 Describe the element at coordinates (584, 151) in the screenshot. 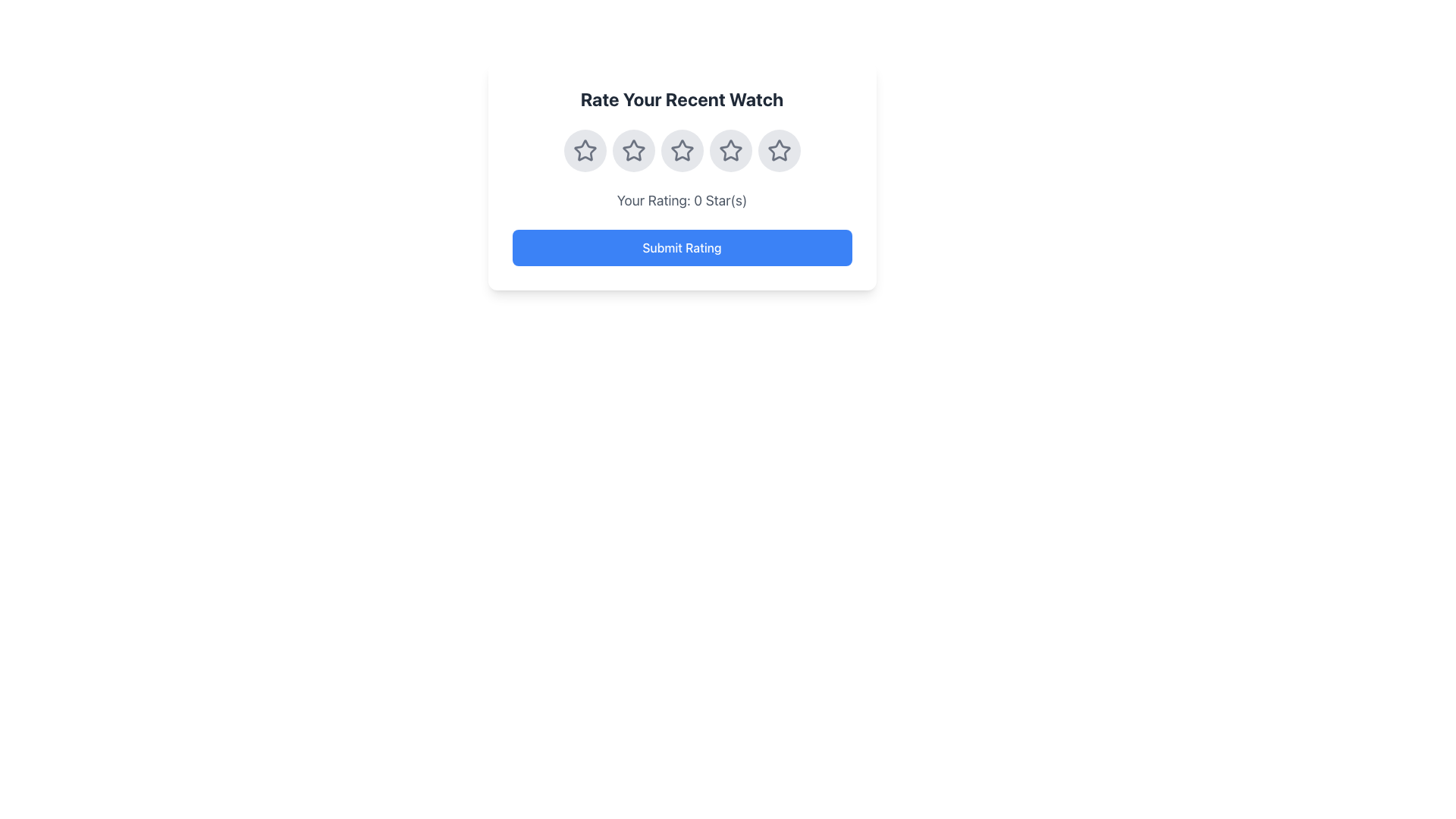

I see `the first rating star icon, which is a gray outlined star` at that location.